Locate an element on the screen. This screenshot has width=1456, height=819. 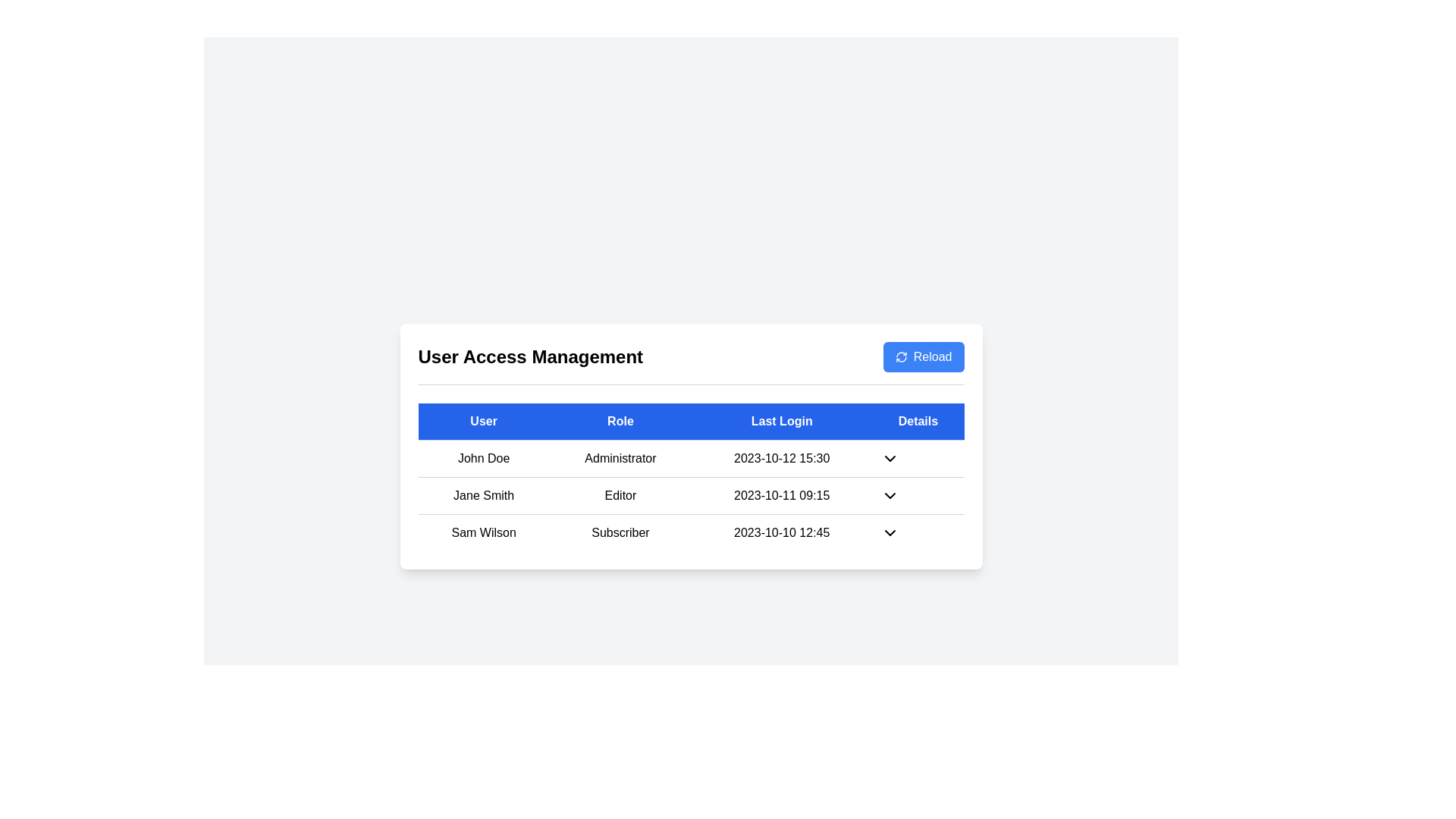
text displayed in the first column of the first row in the user access management table, which identifies an individual is located at coordinates (483, 458).